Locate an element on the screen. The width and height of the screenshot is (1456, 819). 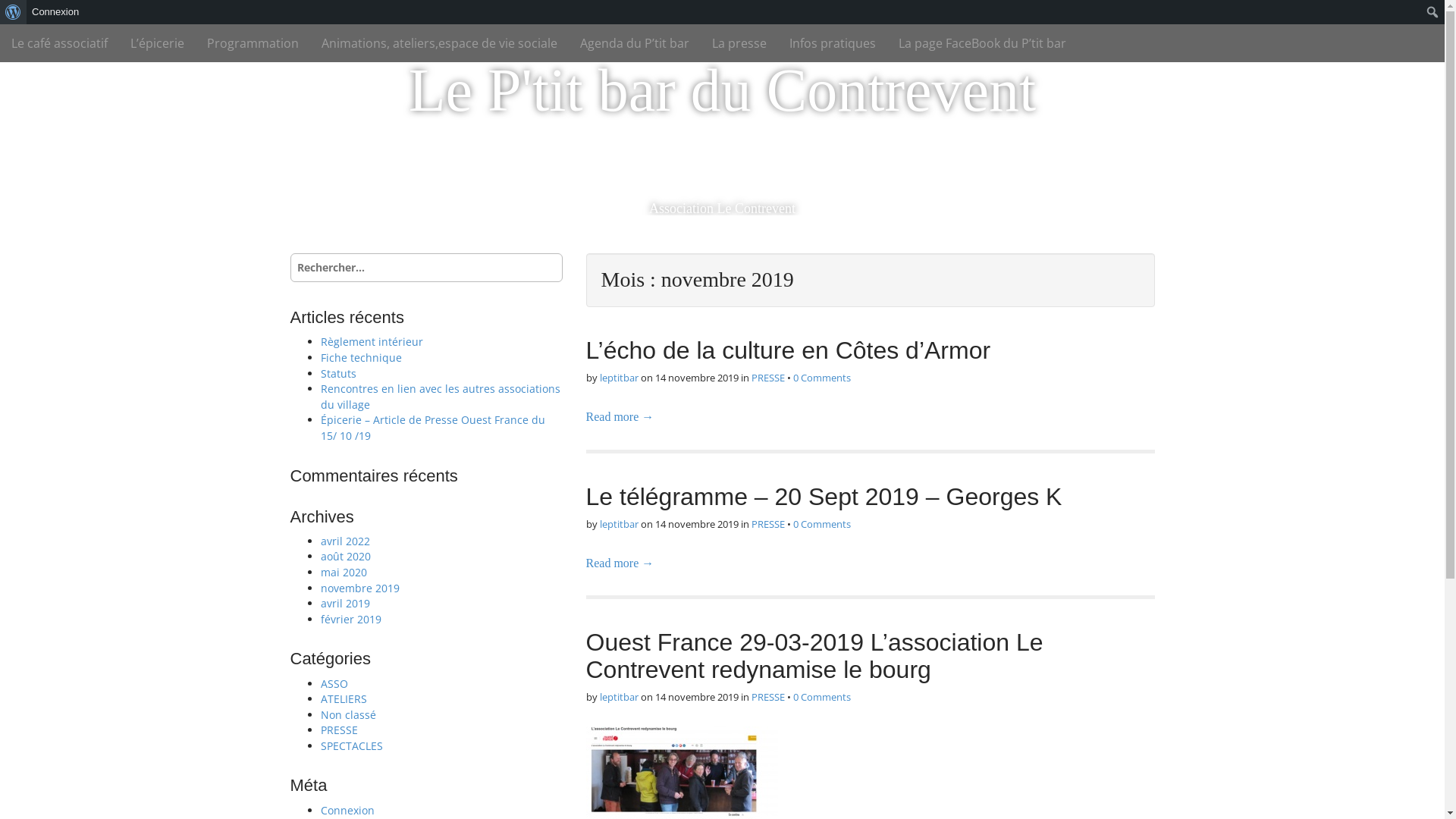
'0 Comments' is located at coordinates (792, 522).